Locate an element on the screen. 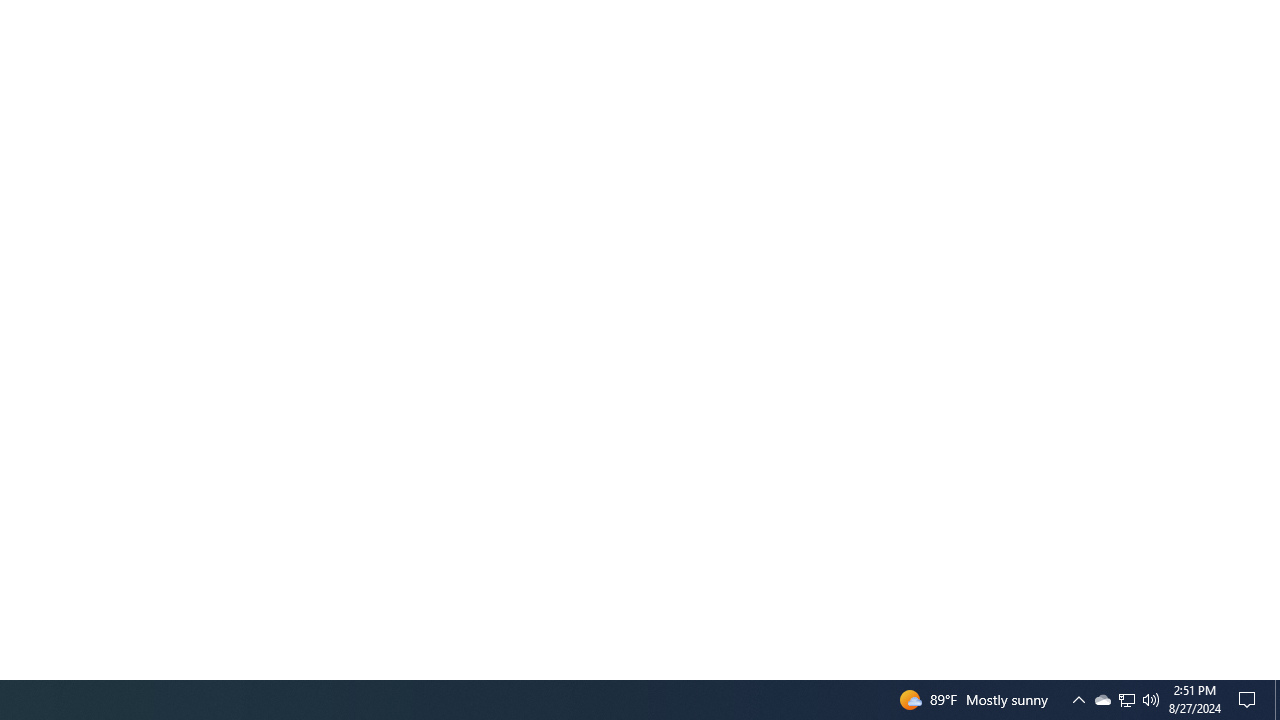 Image resolution: width=1280 pixels, height=720 pixels. 'Notification Chevron' is located at coordinates (1127, 698).